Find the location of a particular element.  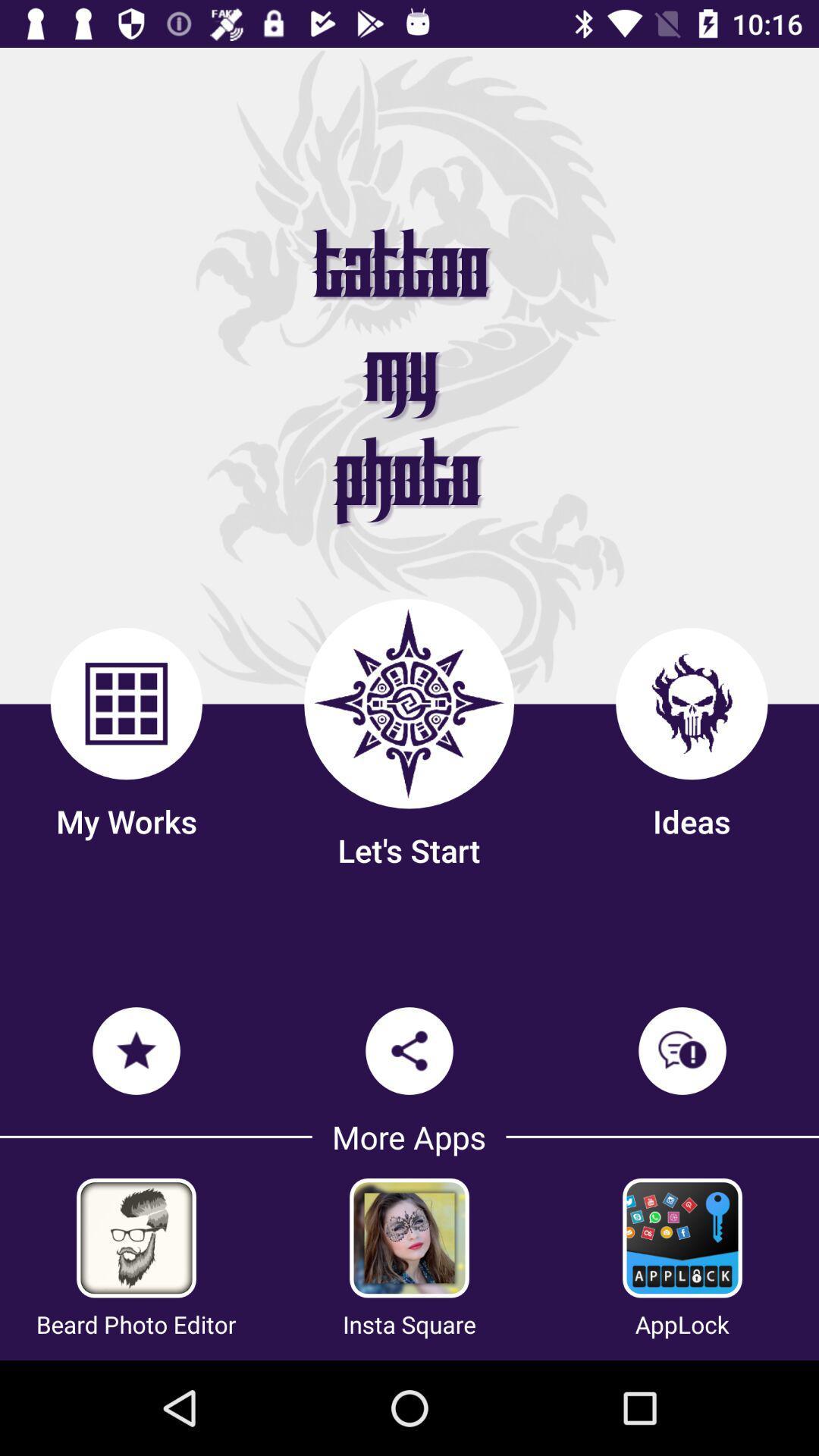

the item next to the beard photo editor icon is located at coordinates (409, 1323).